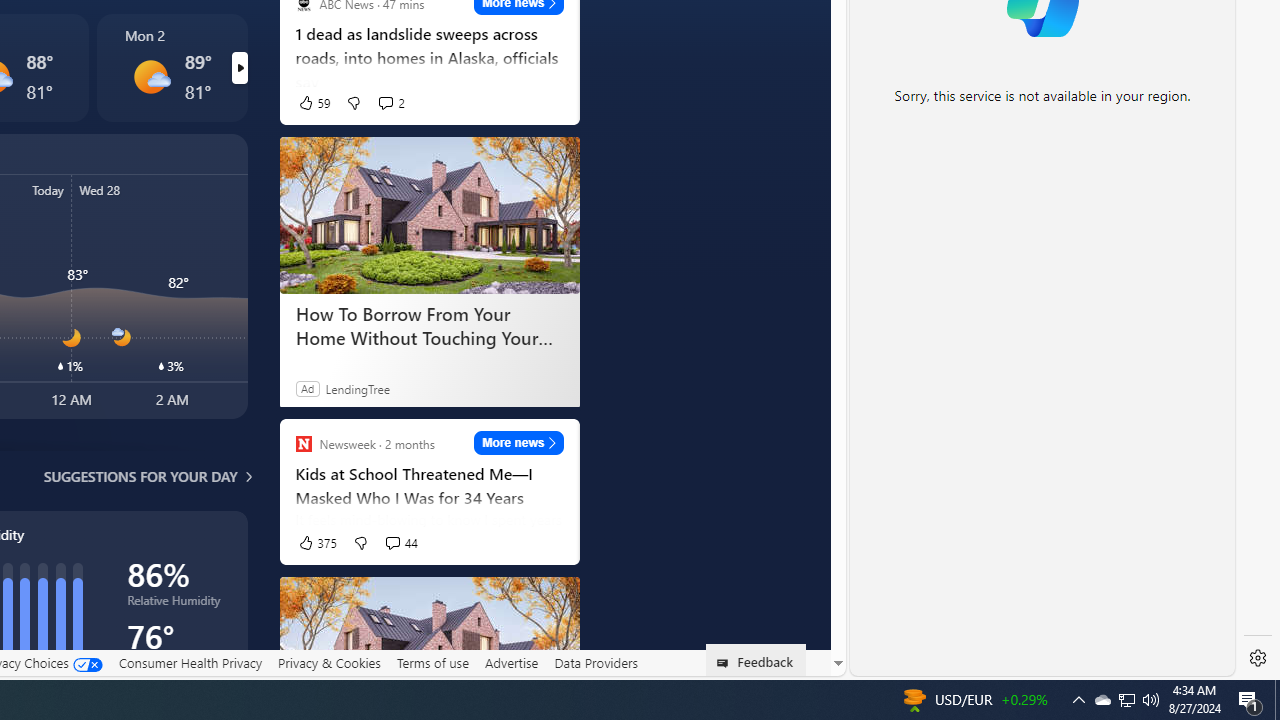 Image resolution: width=1280 pixels, height=720 pixels. What do you see at coordinates (306, 388) in the screenshot?
I see `'Ad'` at bounding box center [306, 388].